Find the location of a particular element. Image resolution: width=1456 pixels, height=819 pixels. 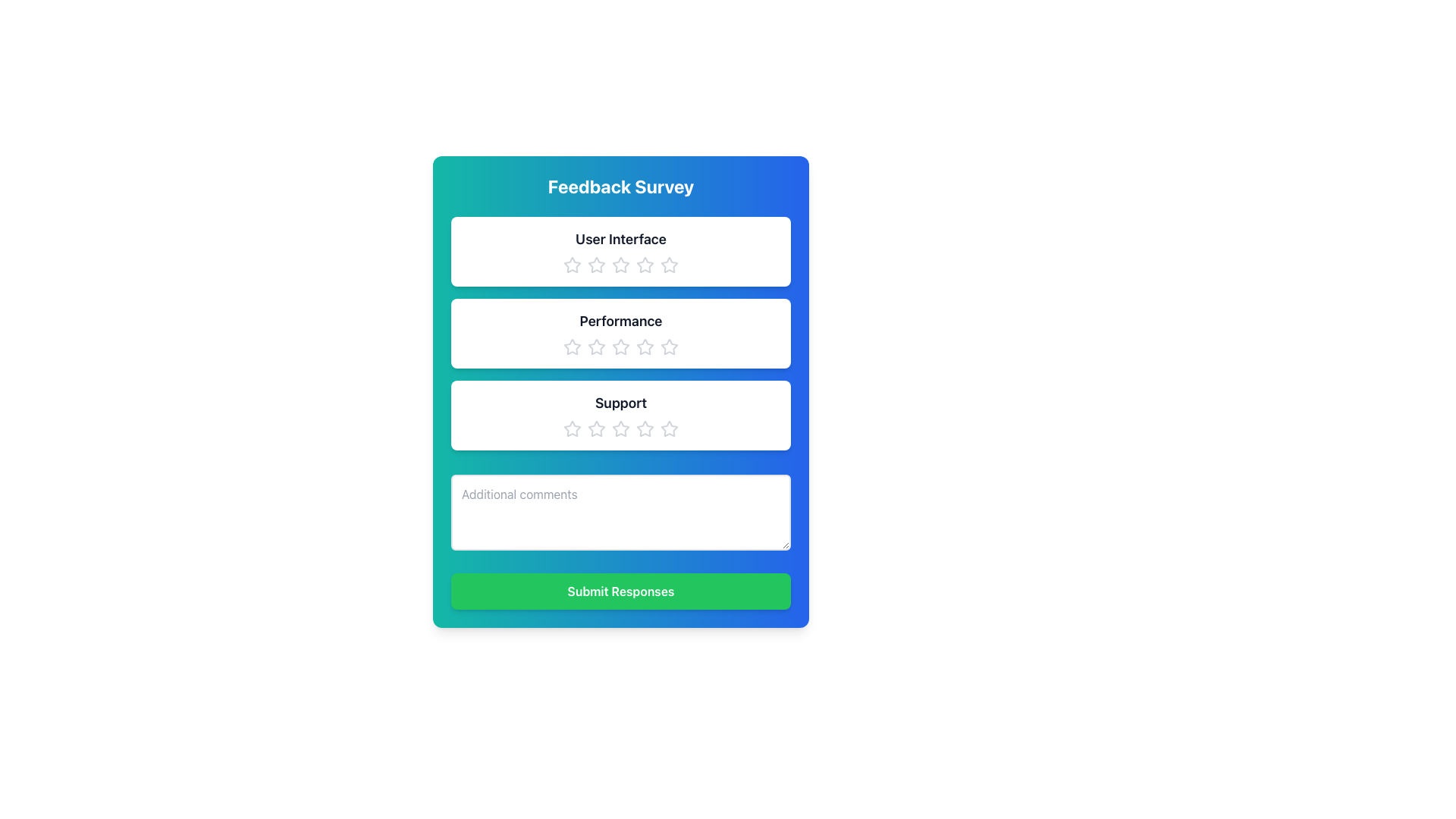

the interactive star icons in the rating component located under the 'Performance' heading to provide a rating is located at coordinates (621, 347).